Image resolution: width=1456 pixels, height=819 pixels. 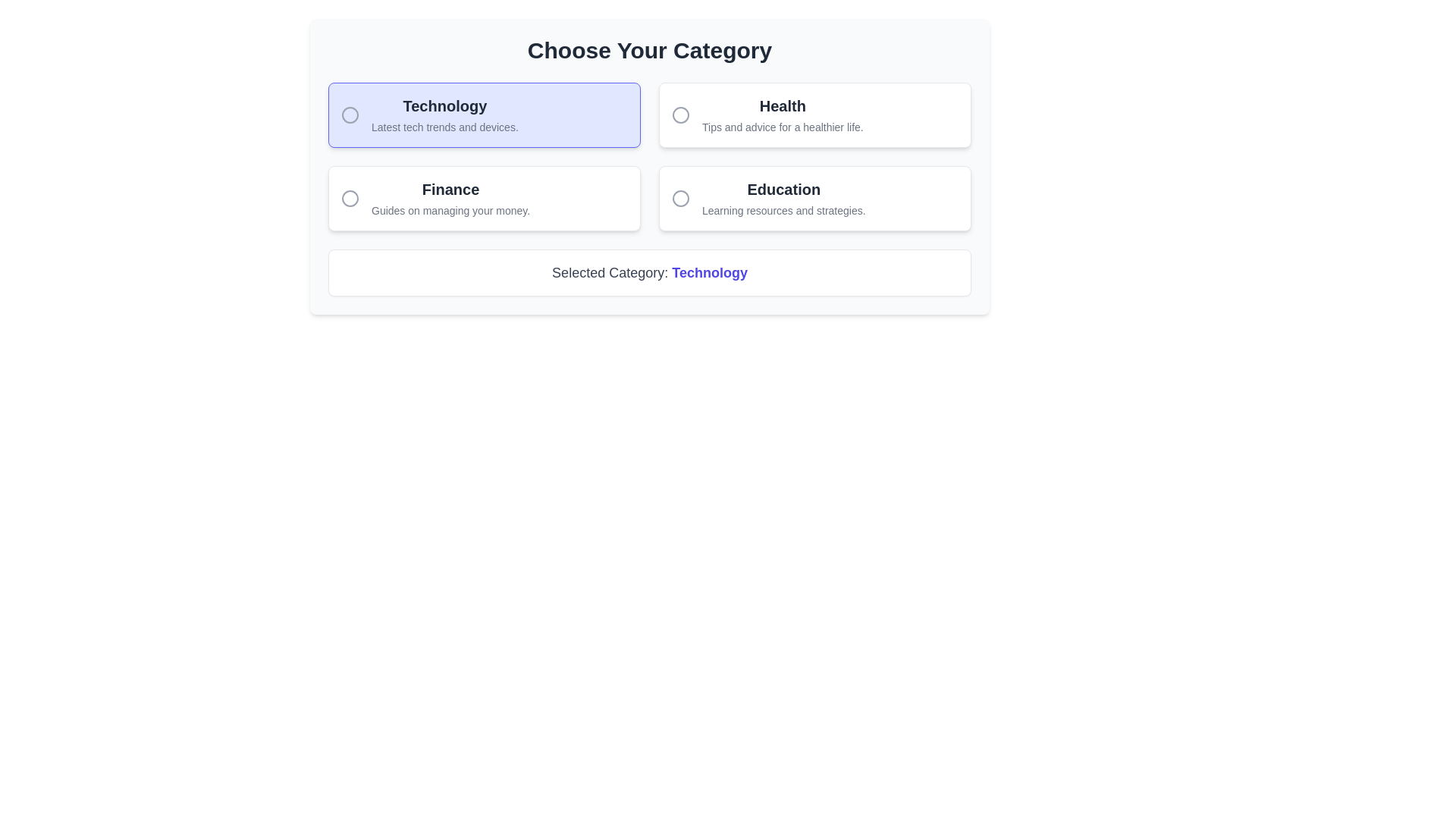 I want to click on title text element indicating the category name 'Health', which is located in the top row of the category card selection menu, so click(x=783, y=105).